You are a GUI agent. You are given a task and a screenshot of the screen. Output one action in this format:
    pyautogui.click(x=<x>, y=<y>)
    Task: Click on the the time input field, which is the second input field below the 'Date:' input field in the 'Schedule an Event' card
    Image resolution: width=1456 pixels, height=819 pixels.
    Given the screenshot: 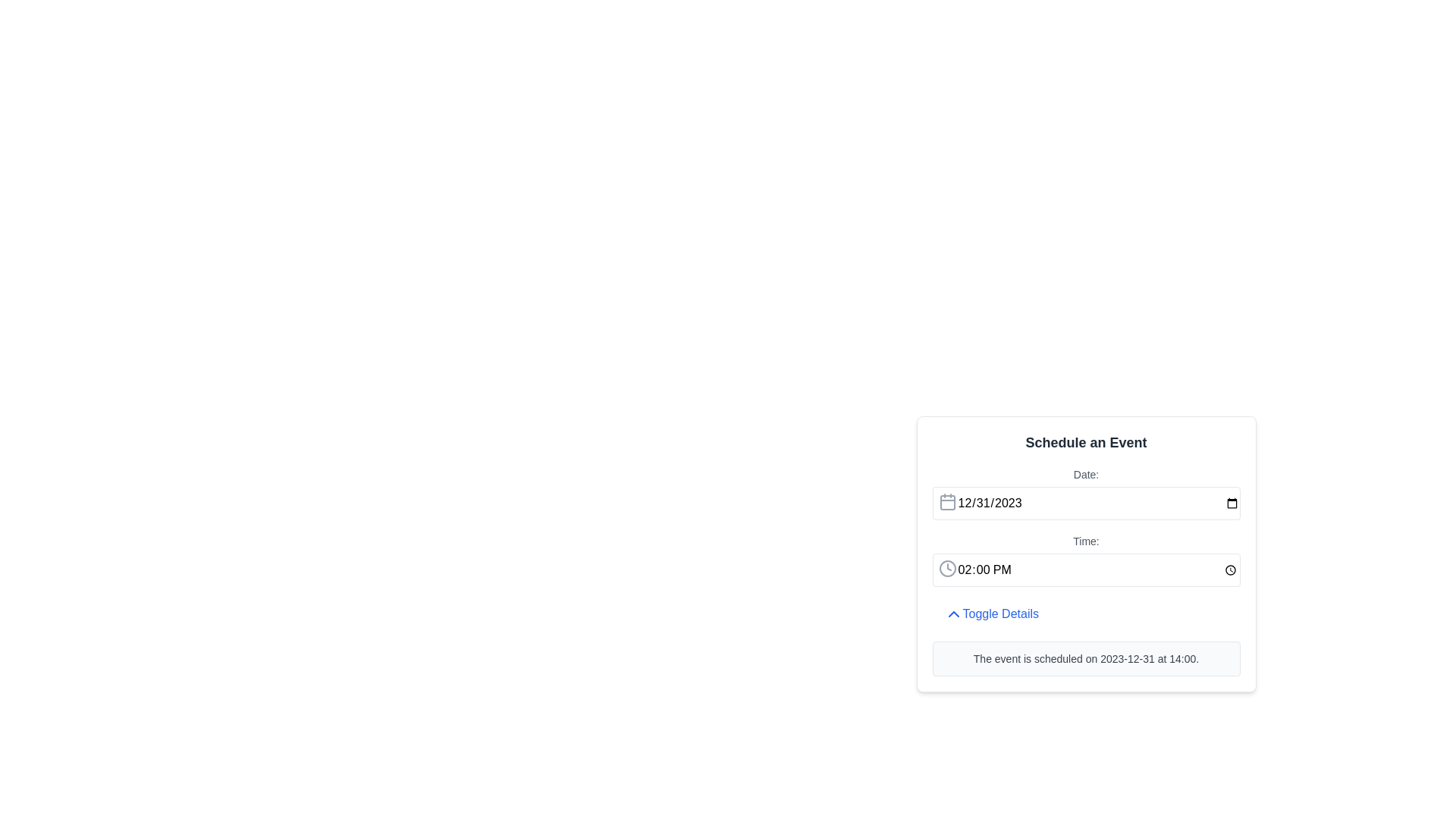 What is the action you would take?
    pyautogui.click(x=1085, y=570)
    